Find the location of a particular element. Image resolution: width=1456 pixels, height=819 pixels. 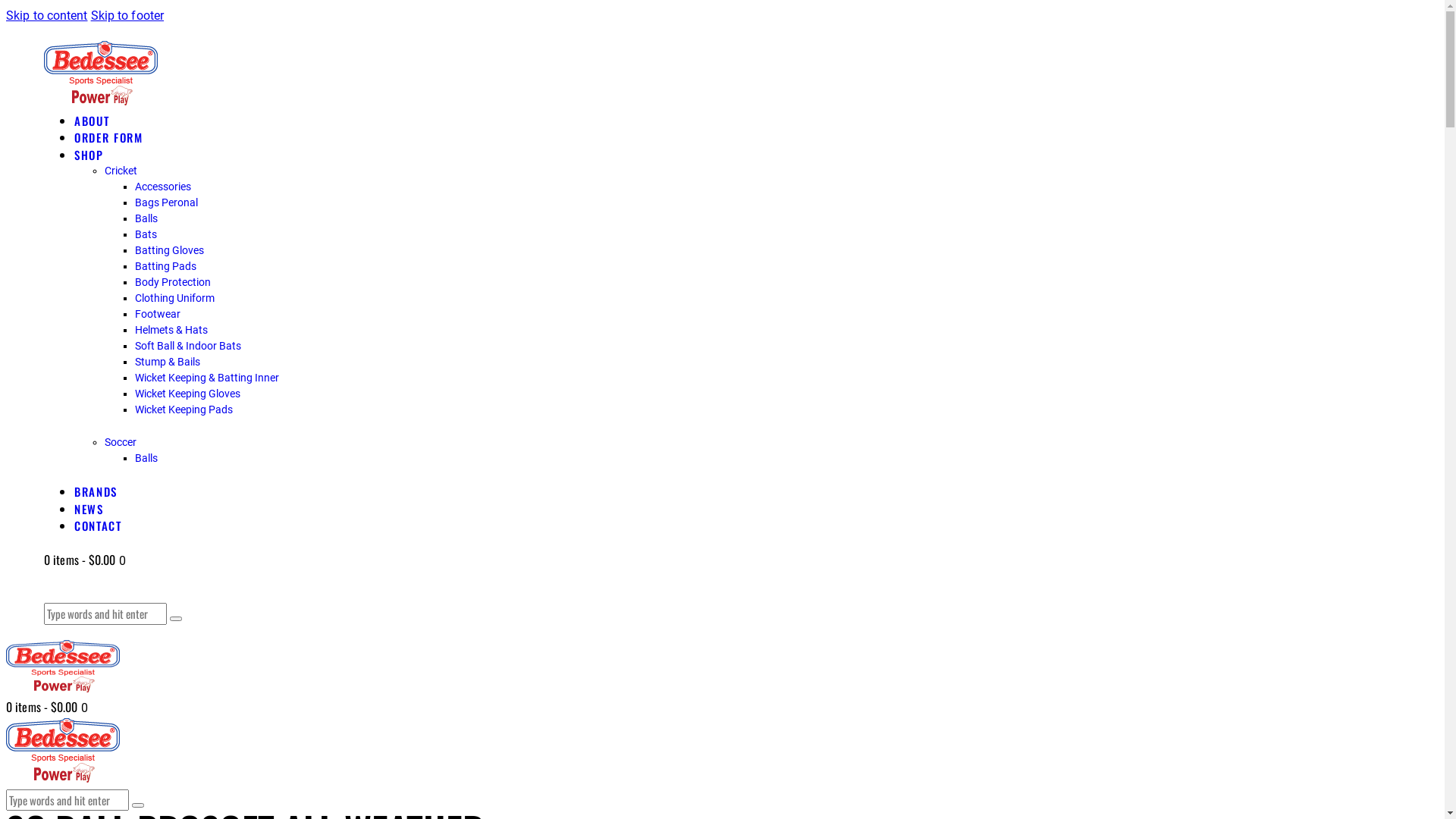

'Helmets & Hats' is located at coordinates (171, 329).